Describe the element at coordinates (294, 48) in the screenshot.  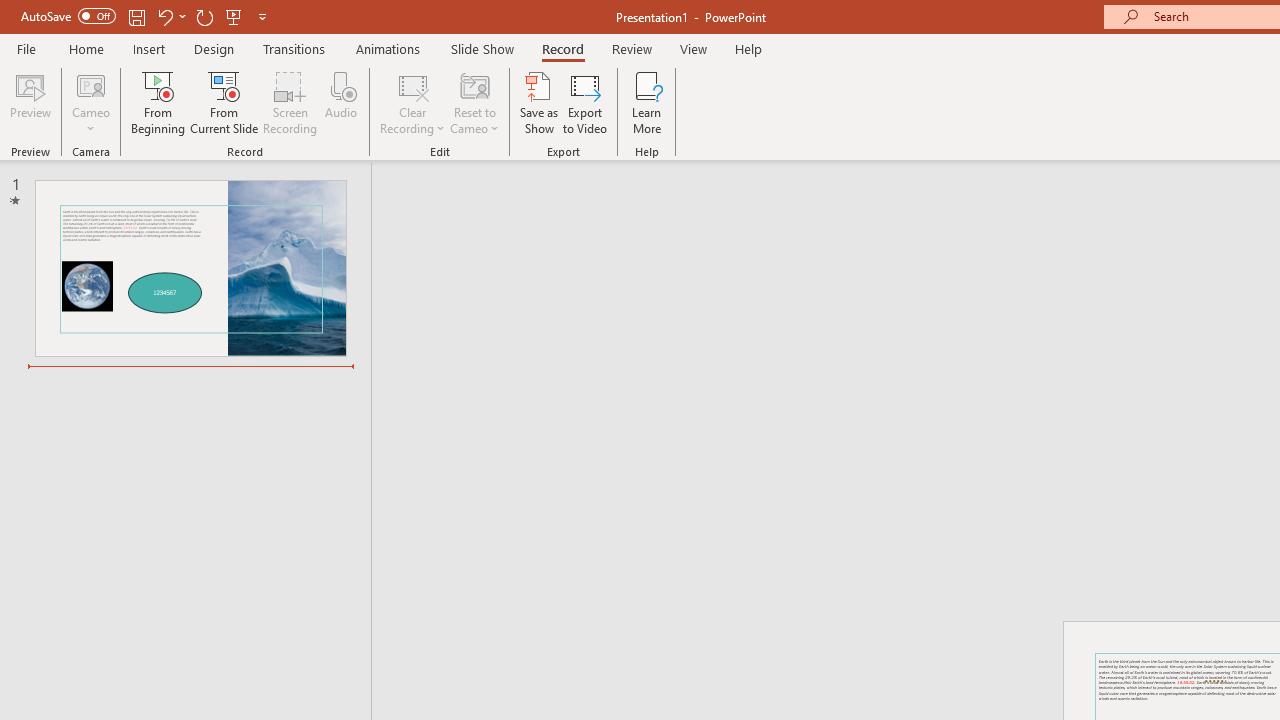
I see `'Transitions'` at that location.